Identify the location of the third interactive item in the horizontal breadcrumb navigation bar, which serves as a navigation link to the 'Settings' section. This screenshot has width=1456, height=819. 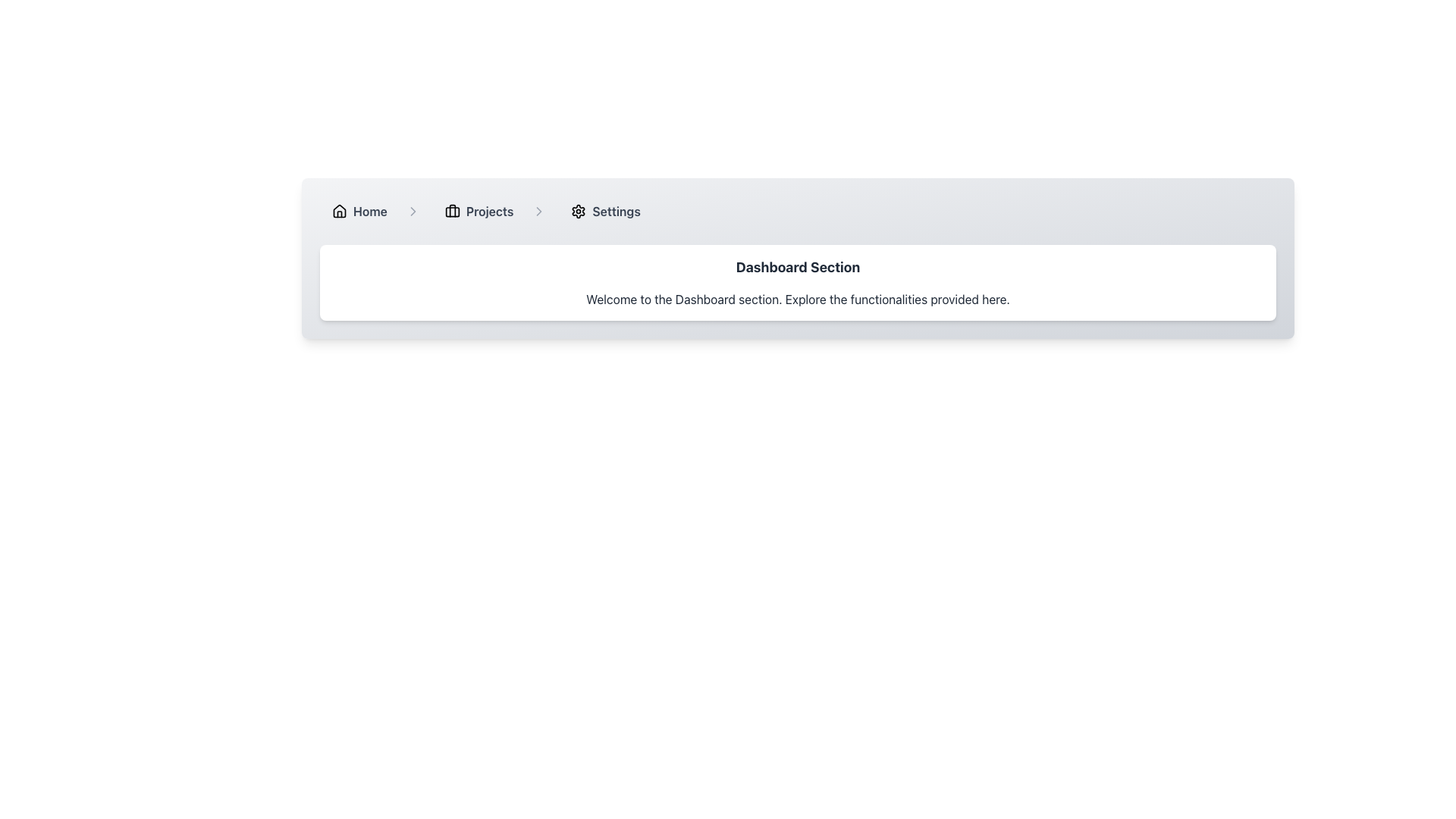
(605, 211).